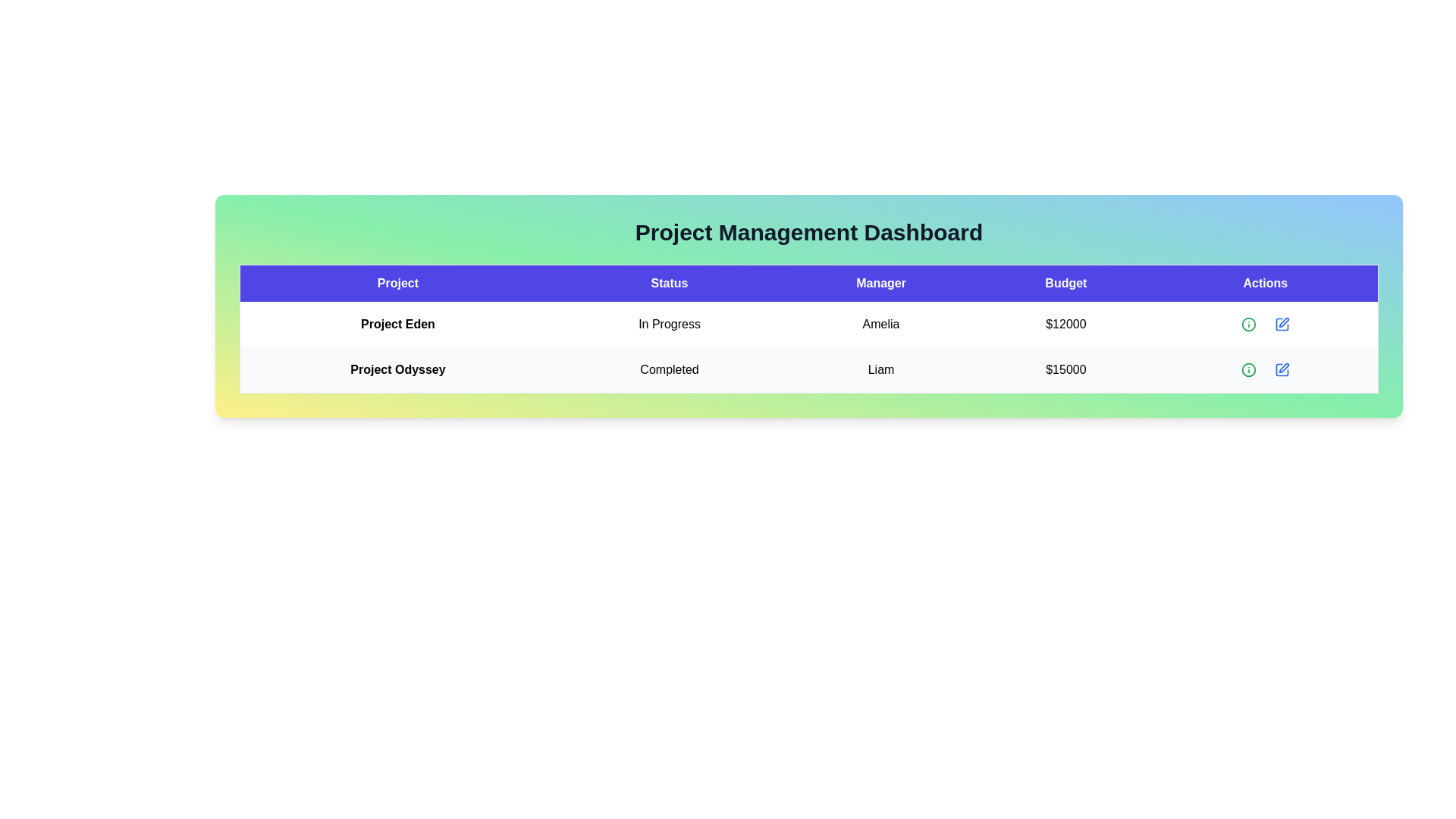 This screenshot has width=1456, height=819. Describe the element at coordinates (397, 283) in the screenshot. I see `the 'Project' header label, which is the first header in a blue background bar at the top of a table` at that location.